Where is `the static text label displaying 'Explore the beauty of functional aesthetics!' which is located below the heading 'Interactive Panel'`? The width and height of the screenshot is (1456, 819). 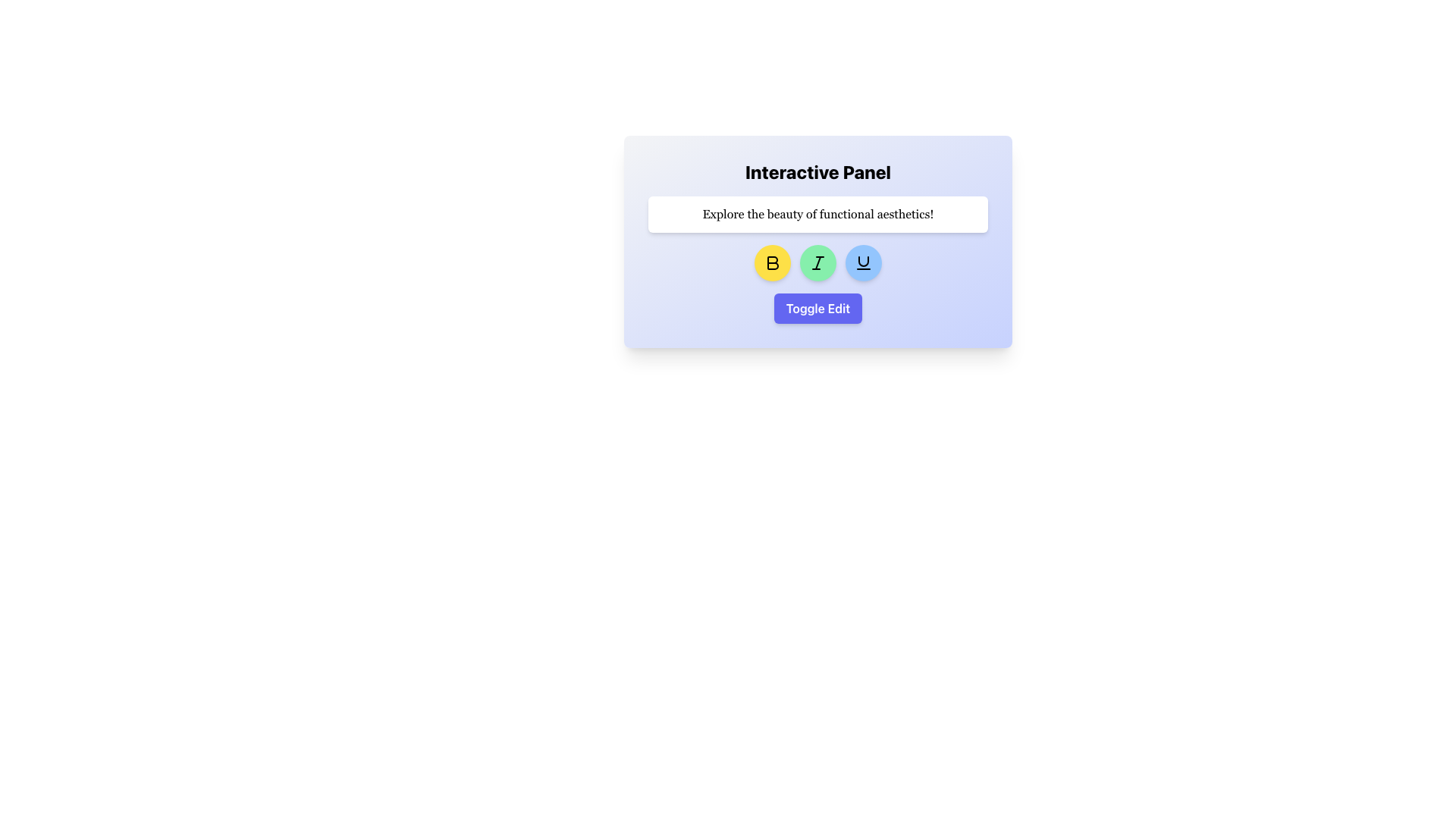
the static text label displaying 'Explore the beauty of functional aesthetics!' which is located below the heading 'Interactive Panel' is located at coordinates (817, 214).